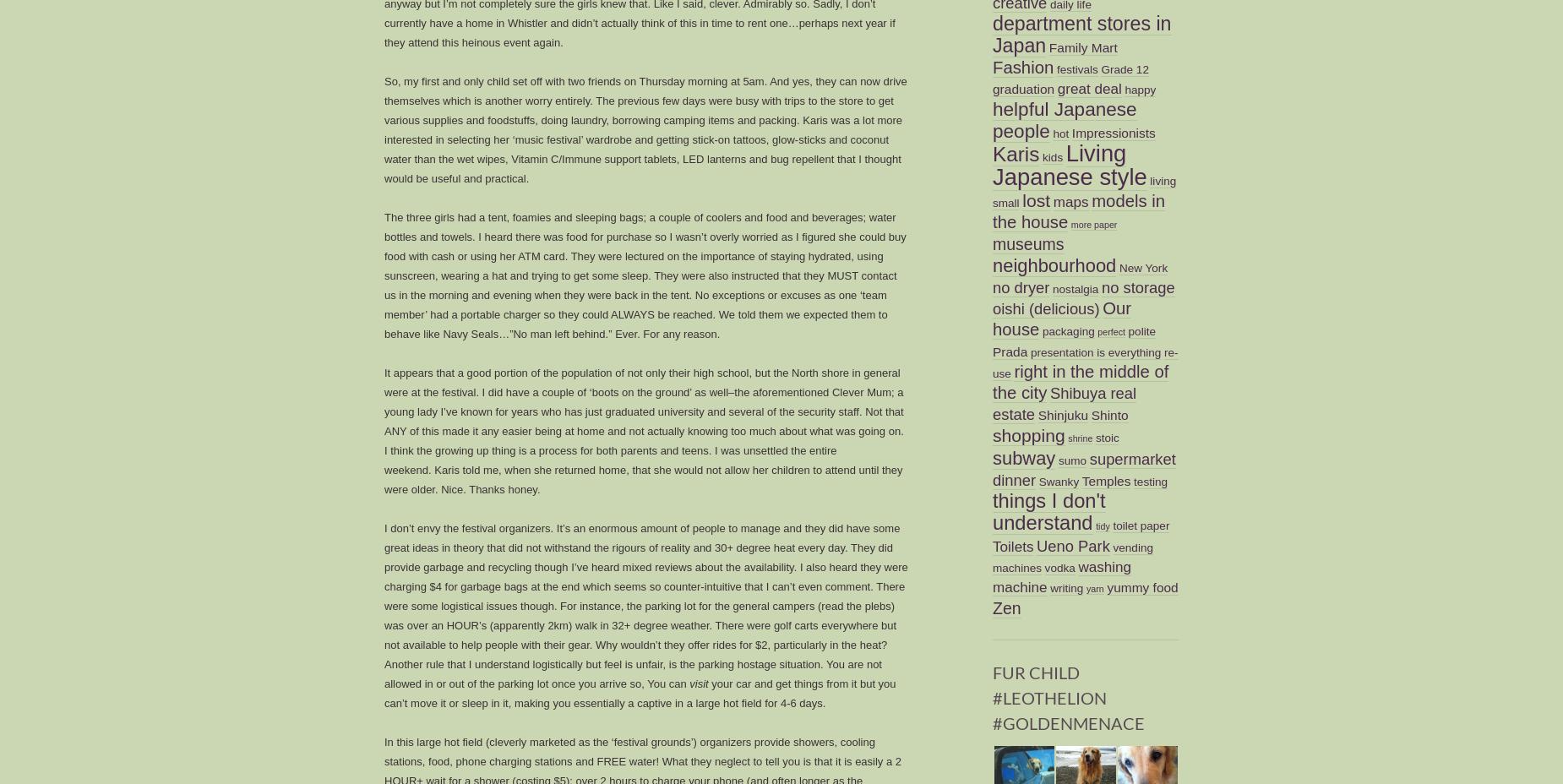  I want to click on 'happy', so click(1139, 88).